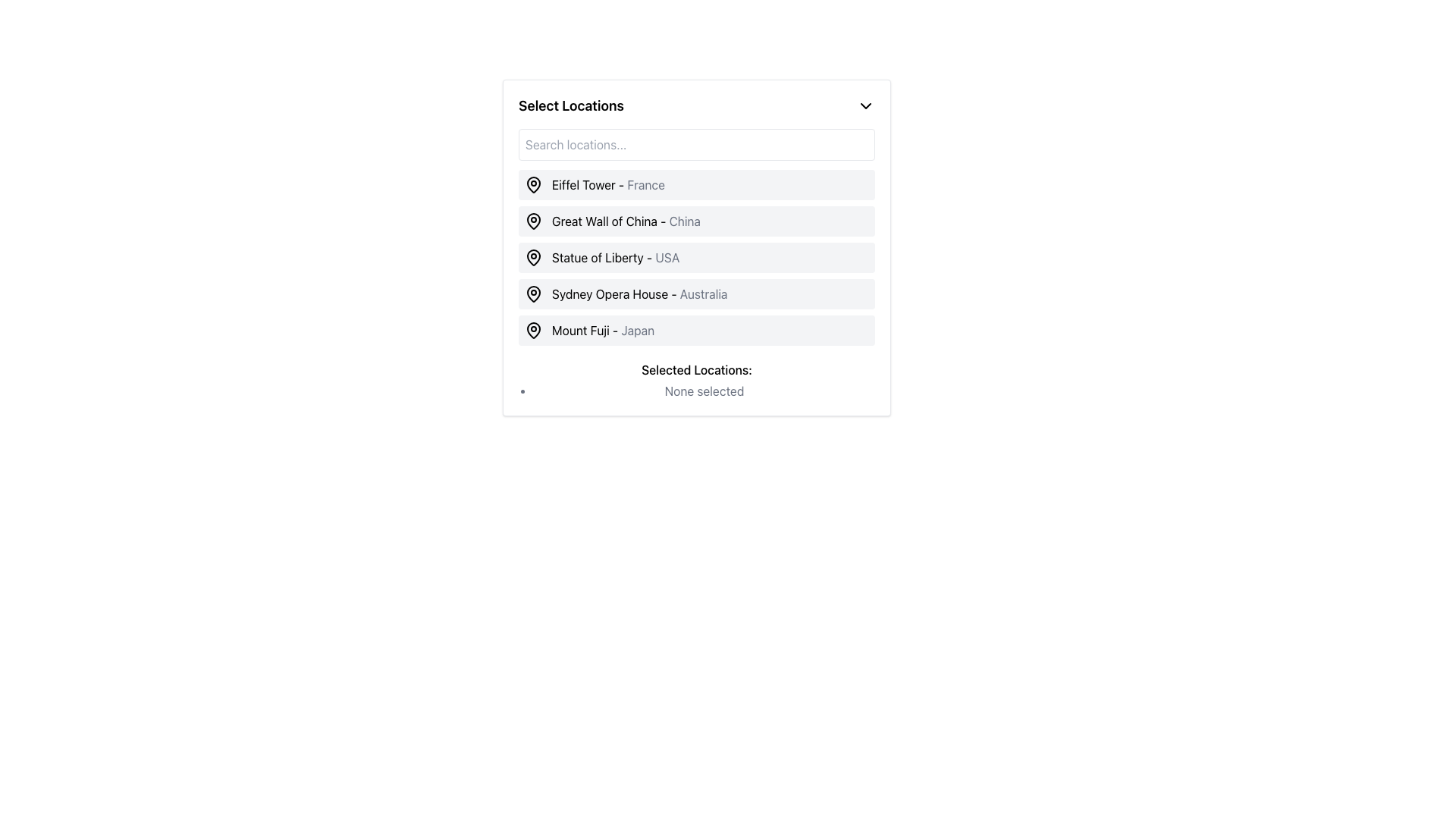  What do you see at coordinates (695, 263) in the screenshot?
I see `the List item in the 'Select Locations' dropdown` at bounding box center [695, 263].